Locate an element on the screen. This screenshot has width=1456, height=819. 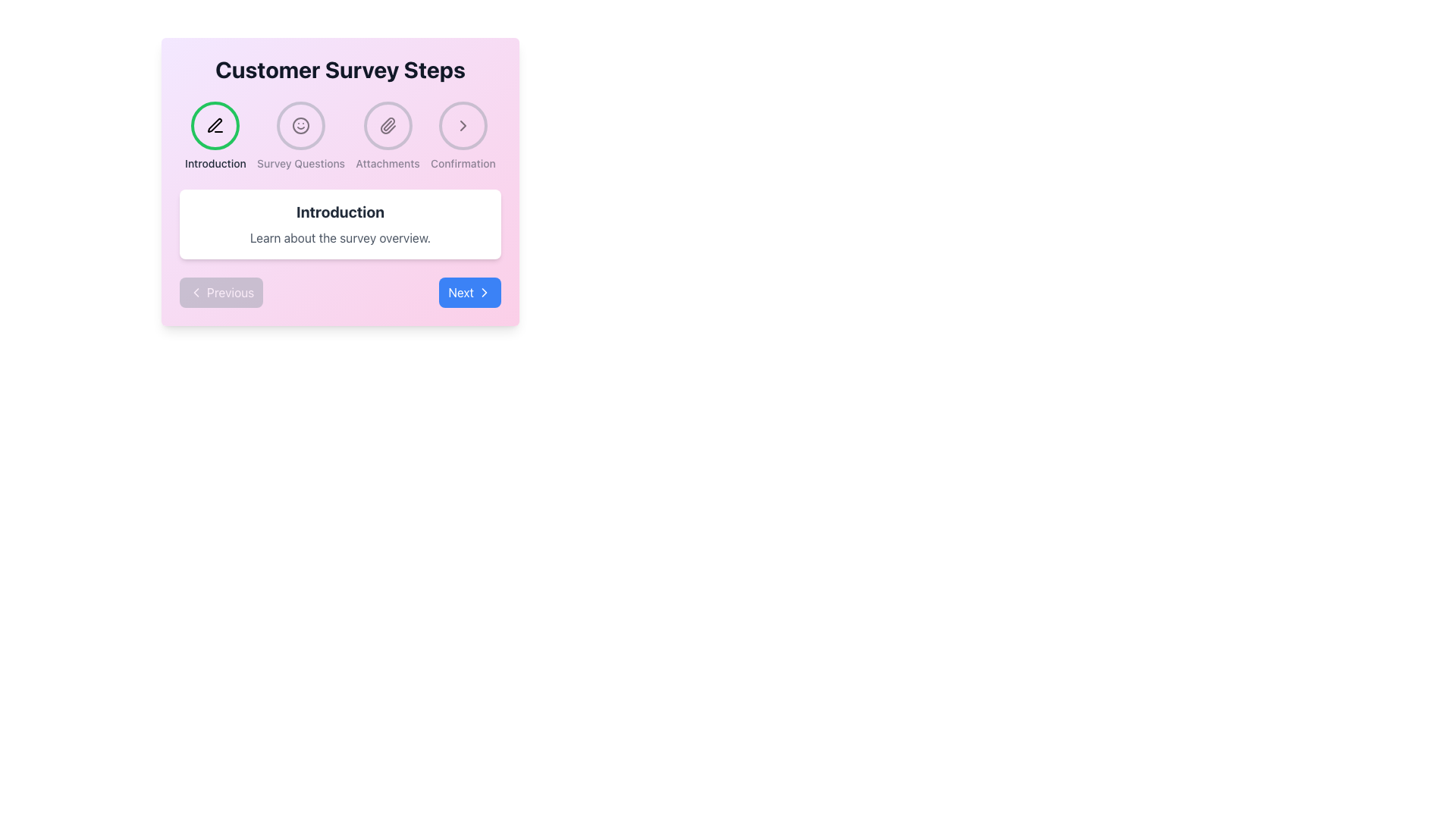
the first circular icon in the multi-step survey UI representing the 'Introduction' step to trigger a tooltip is located at coordinates (215, 124).